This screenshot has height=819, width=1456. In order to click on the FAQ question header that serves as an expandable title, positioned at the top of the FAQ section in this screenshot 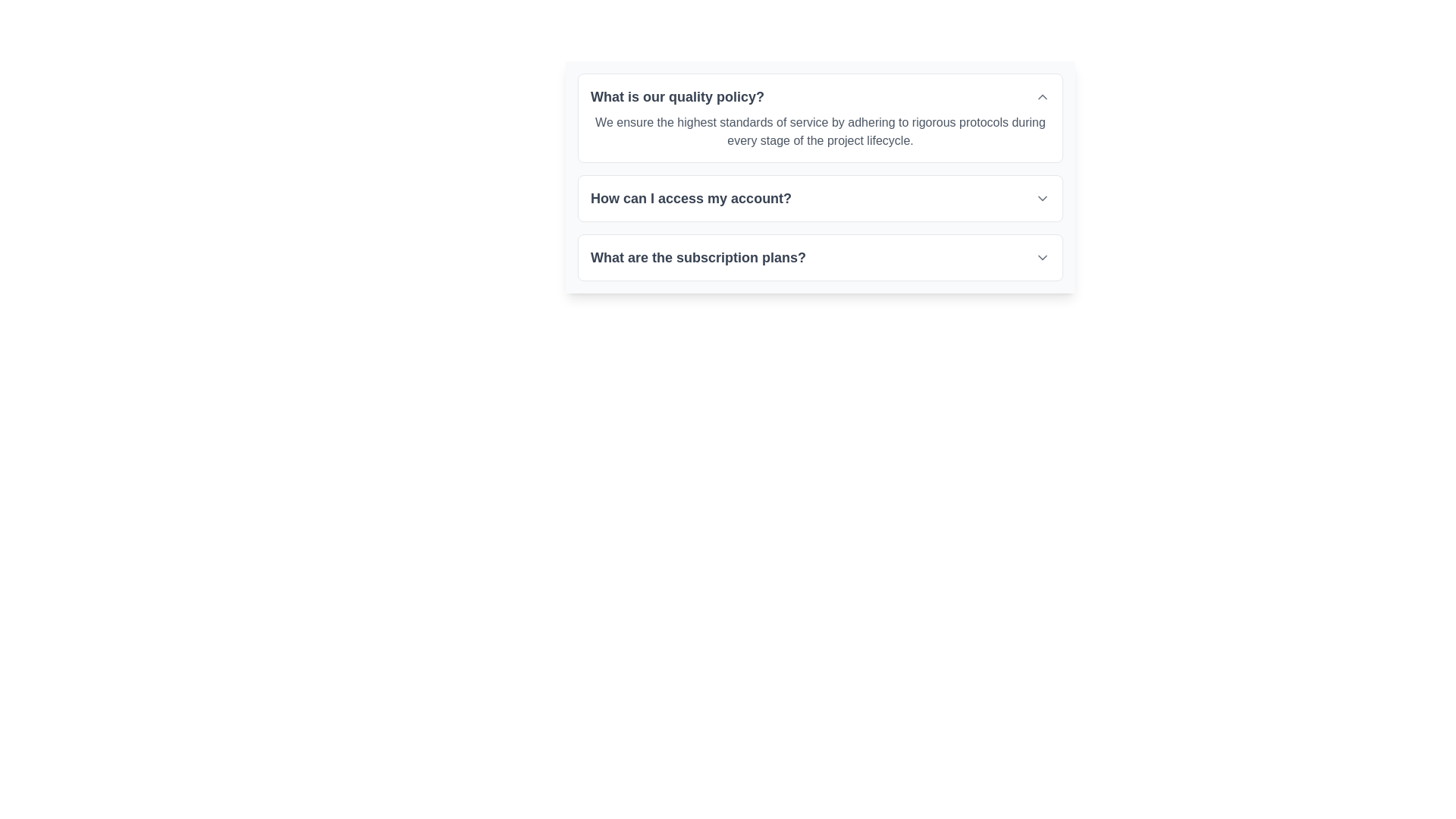, I will do `click(676, 96)`.